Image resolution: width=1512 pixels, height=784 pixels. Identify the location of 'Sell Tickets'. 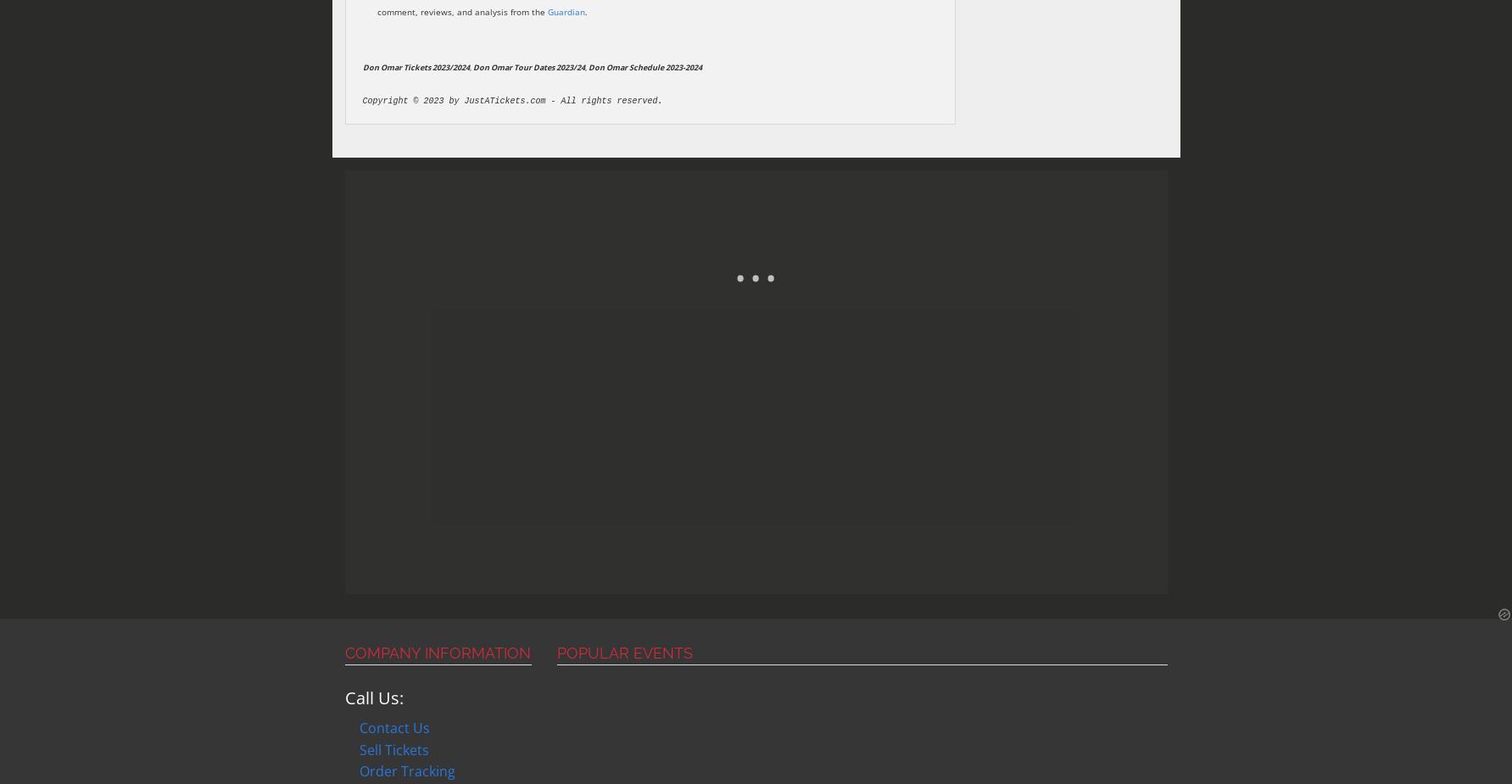
(394, 749).